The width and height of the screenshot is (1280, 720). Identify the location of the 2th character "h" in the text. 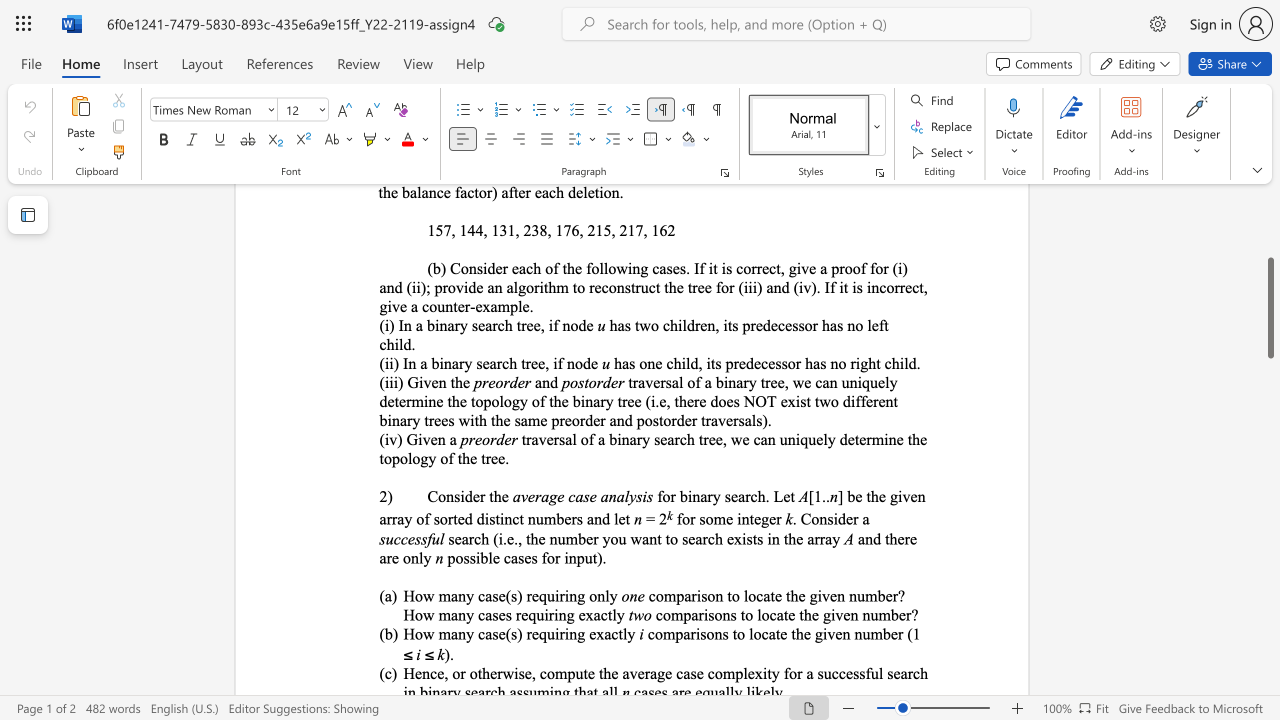
(915, 438).